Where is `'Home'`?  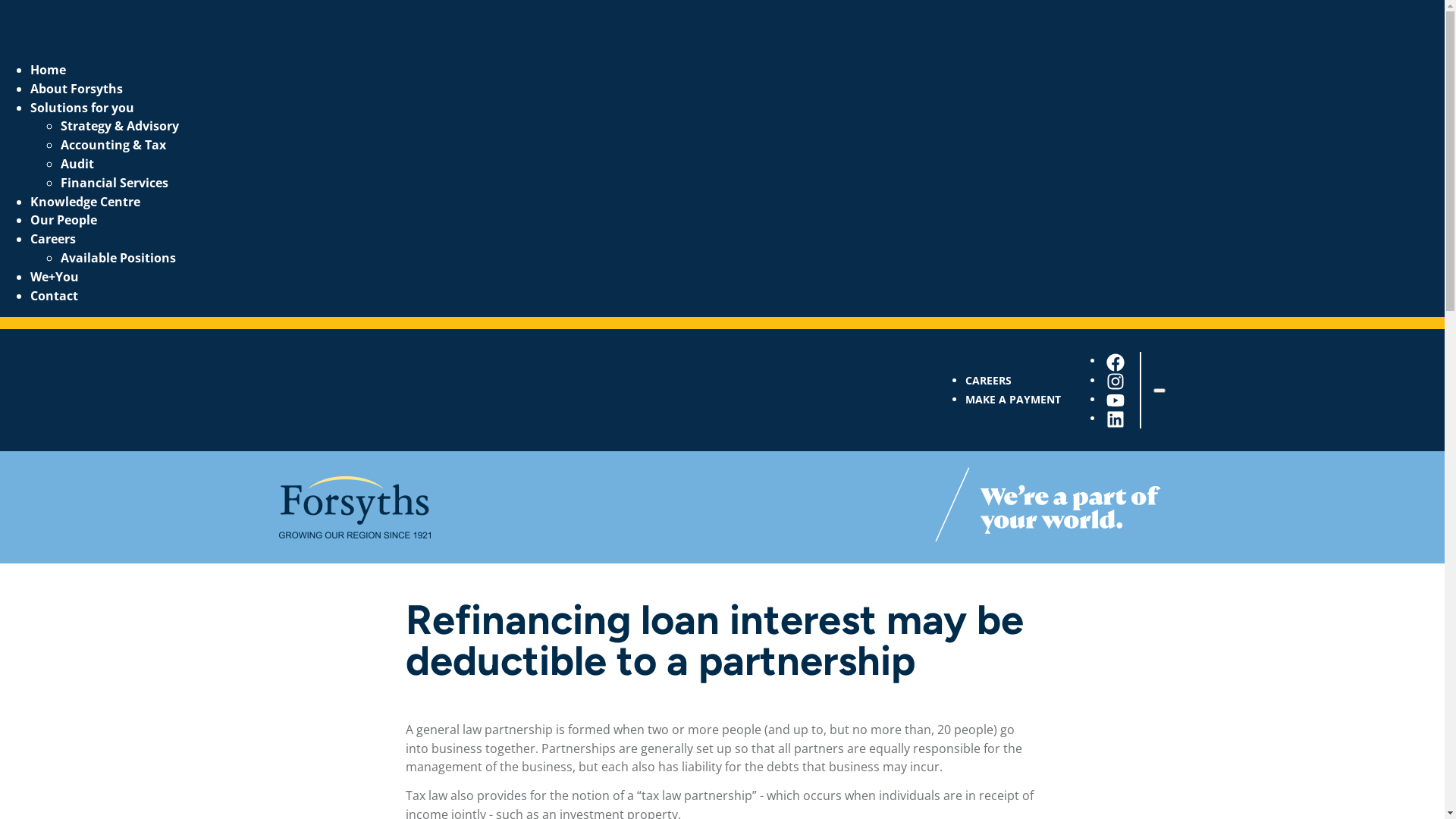
'Home' is located at coordinates (48, 70).